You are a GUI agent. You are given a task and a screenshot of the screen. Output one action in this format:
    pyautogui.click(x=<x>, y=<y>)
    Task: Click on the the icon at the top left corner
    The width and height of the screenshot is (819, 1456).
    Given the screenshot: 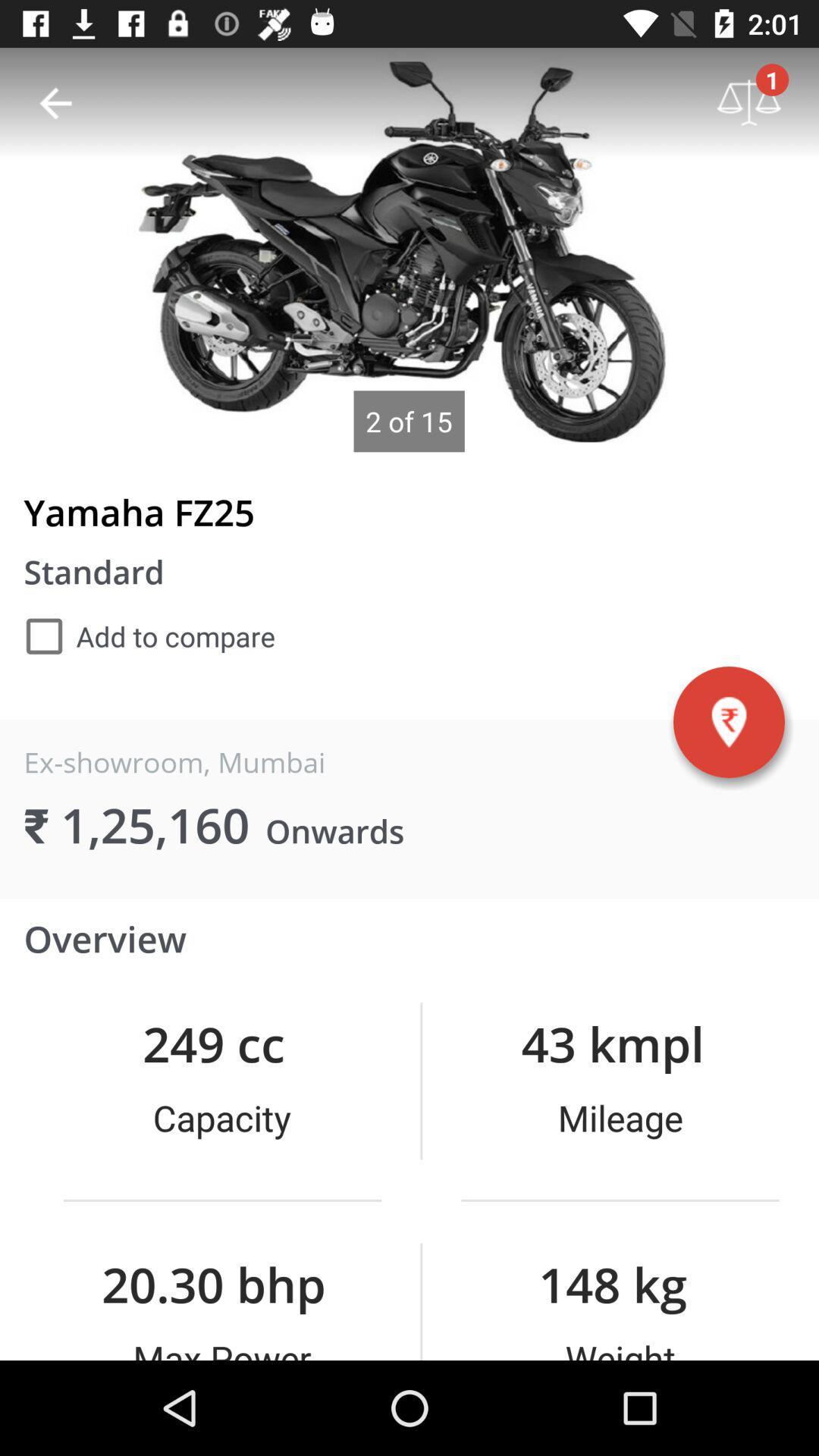 What is the action you would take?
    pyautogui.click(x=55, y=102)
    